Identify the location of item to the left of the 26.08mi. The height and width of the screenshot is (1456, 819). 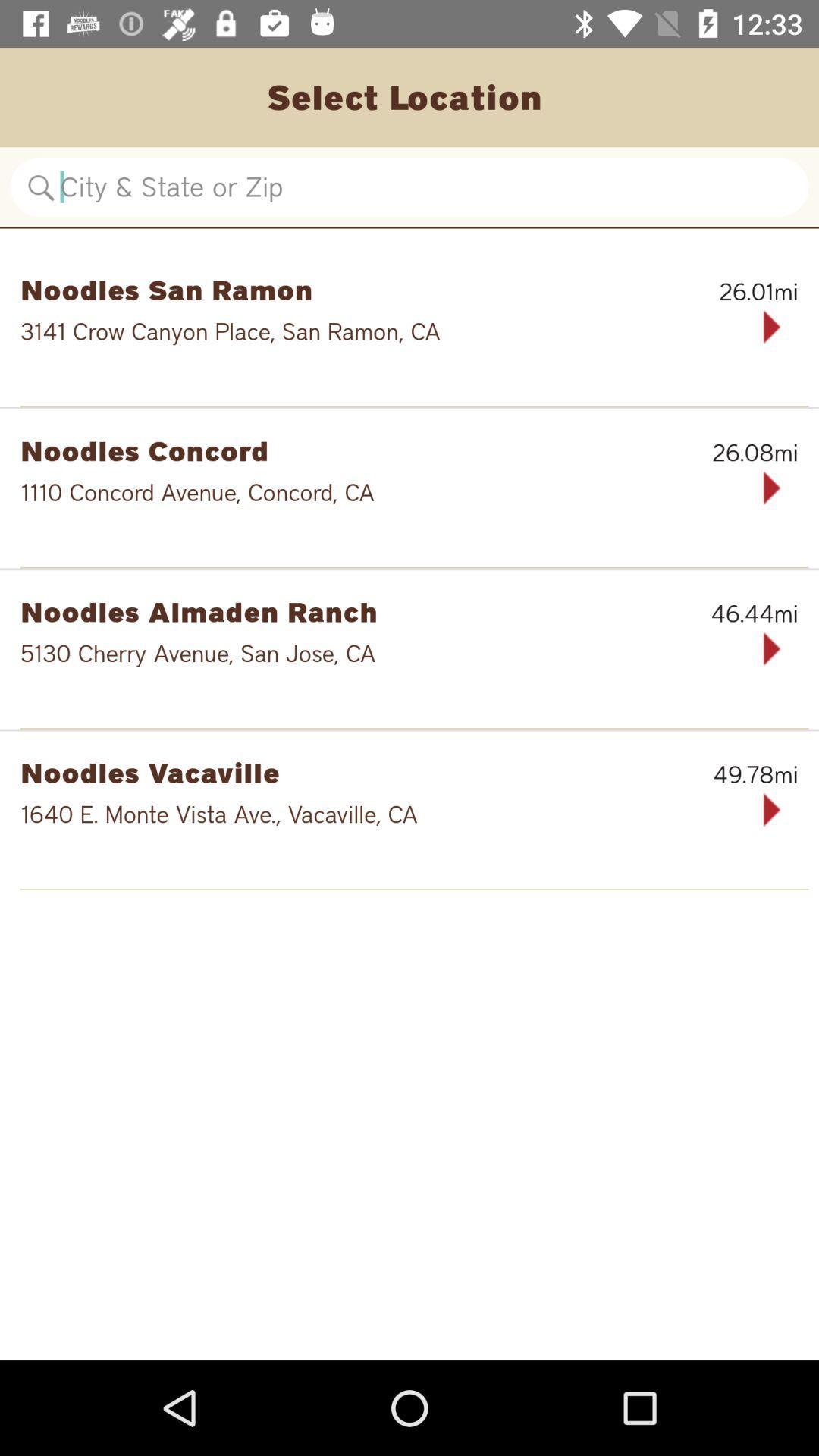
(331, 450).